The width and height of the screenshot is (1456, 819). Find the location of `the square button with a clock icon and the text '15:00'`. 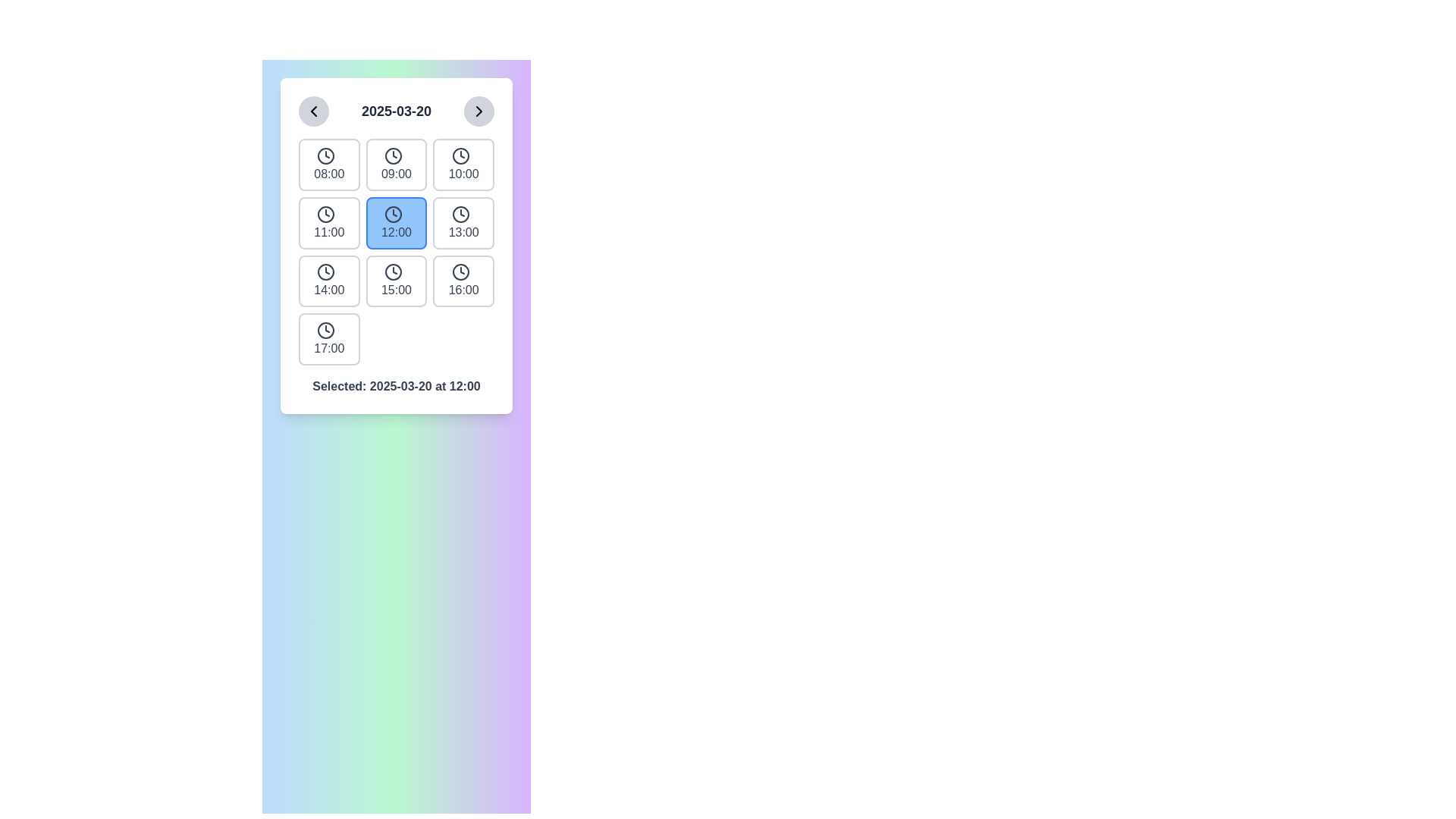

the square button with a clock icon and the text '15:00' is located at coordinates (397, 281).